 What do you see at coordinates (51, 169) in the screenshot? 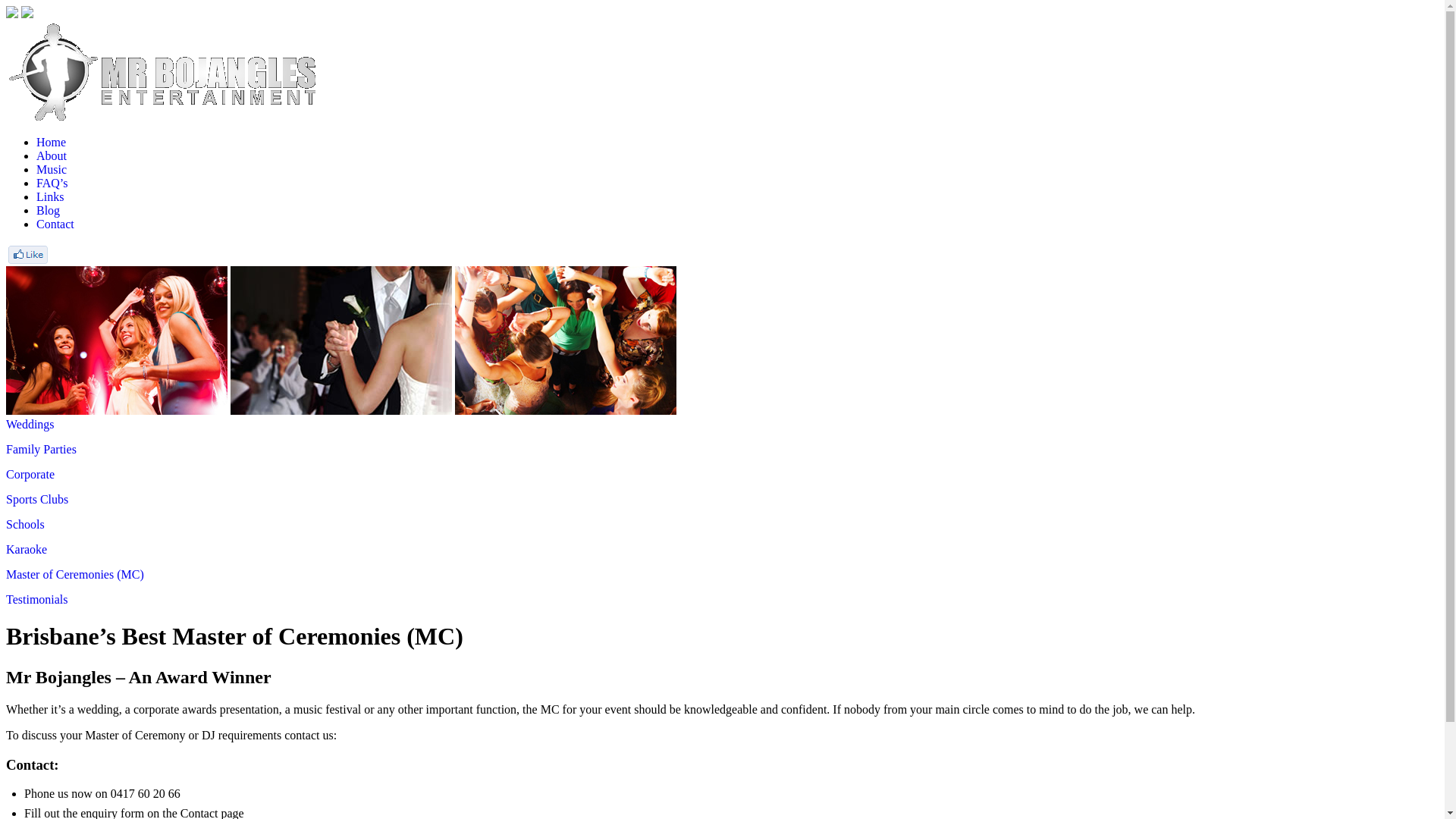
I see `'Music'` at bounding box center [51, 169].